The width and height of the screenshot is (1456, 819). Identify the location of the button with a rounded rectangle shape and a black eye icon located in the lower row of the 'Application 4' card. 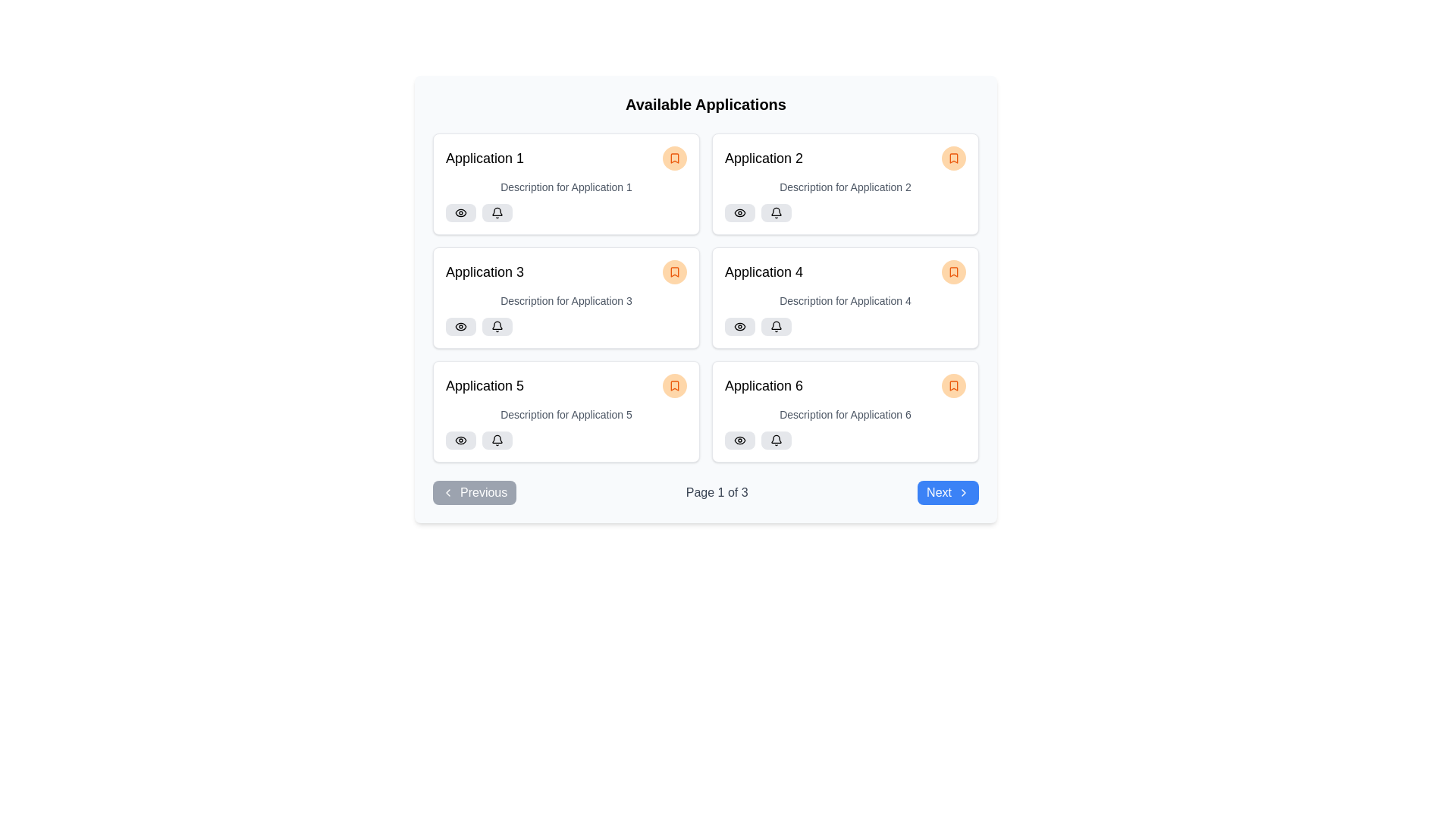
(739, 326).